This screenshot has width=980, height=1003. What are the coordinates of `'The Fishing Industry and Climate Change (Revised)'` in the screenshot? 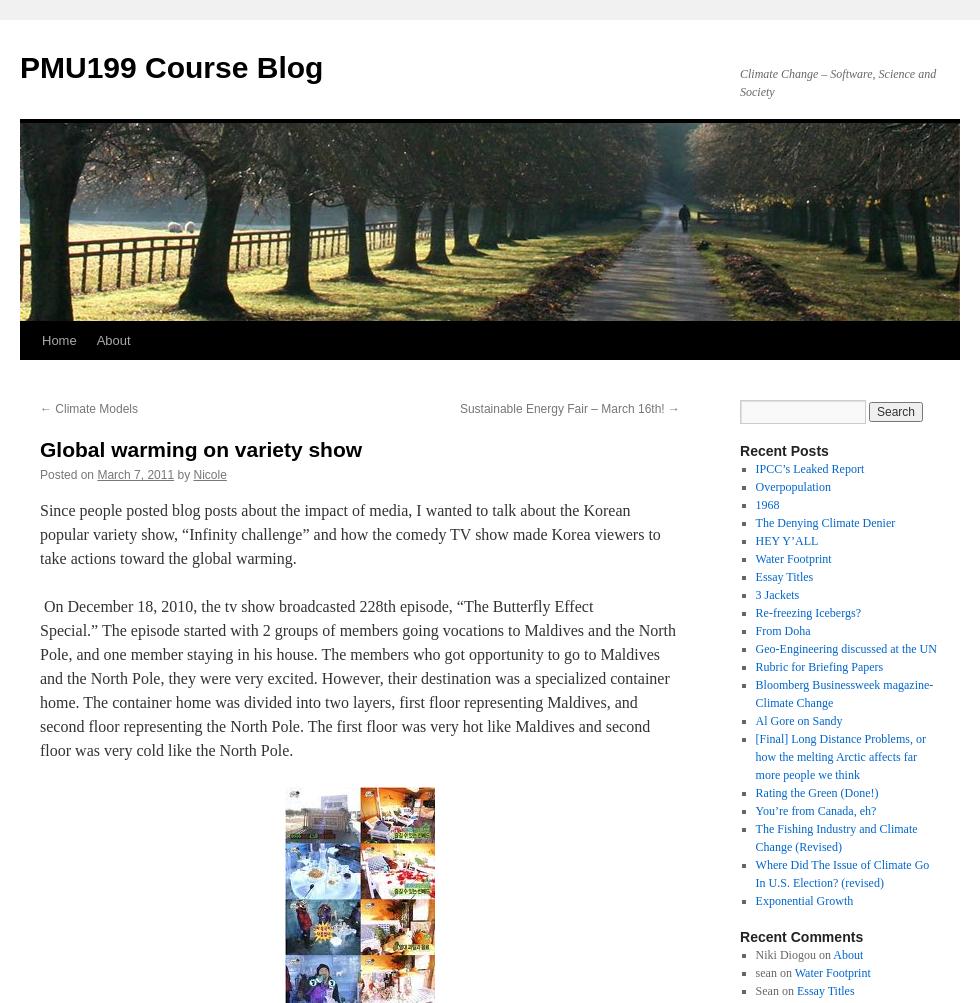 It's located at (836, 838).